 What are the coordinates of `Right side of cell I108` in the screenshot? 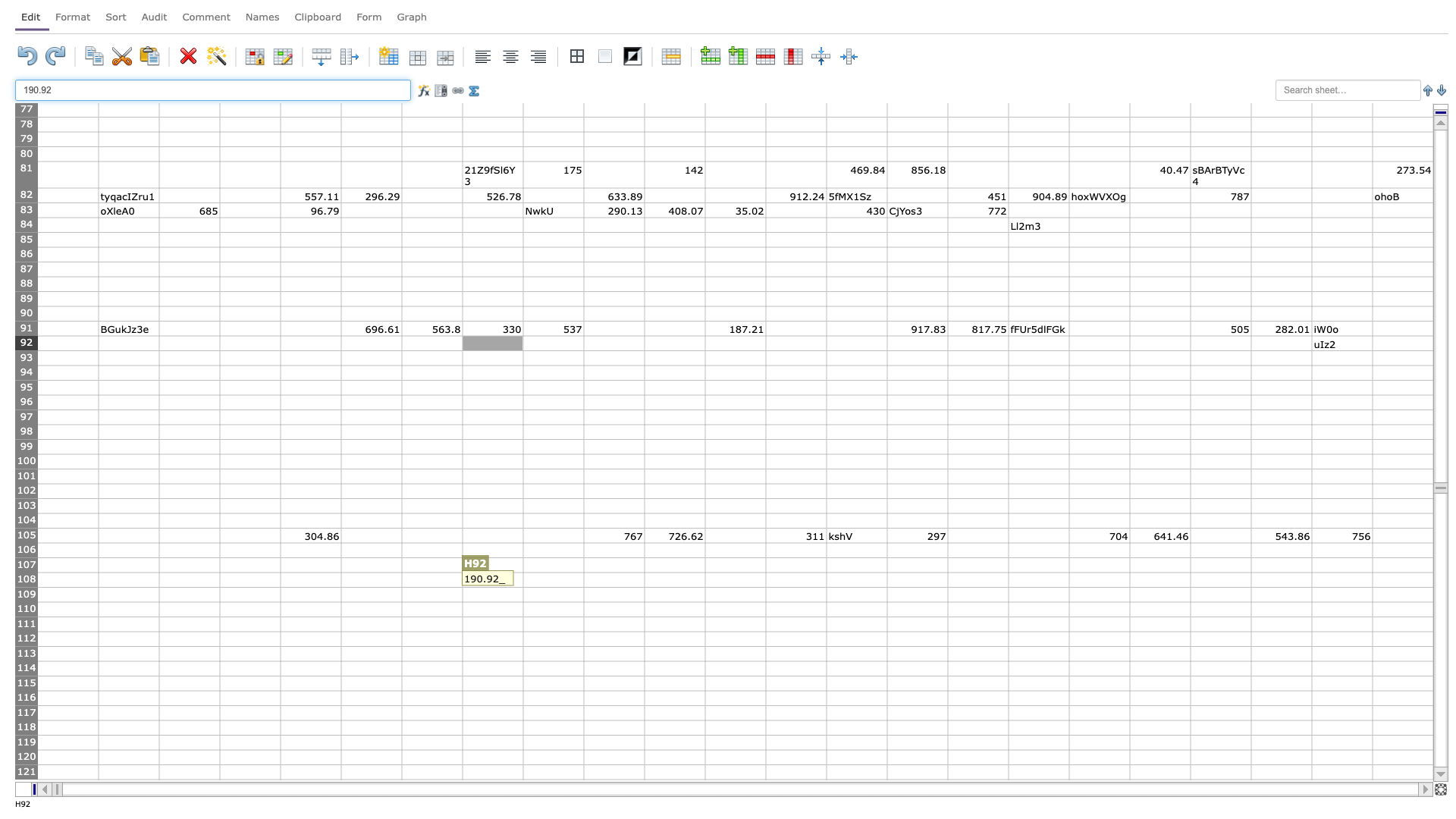 It's located at (582, 579).